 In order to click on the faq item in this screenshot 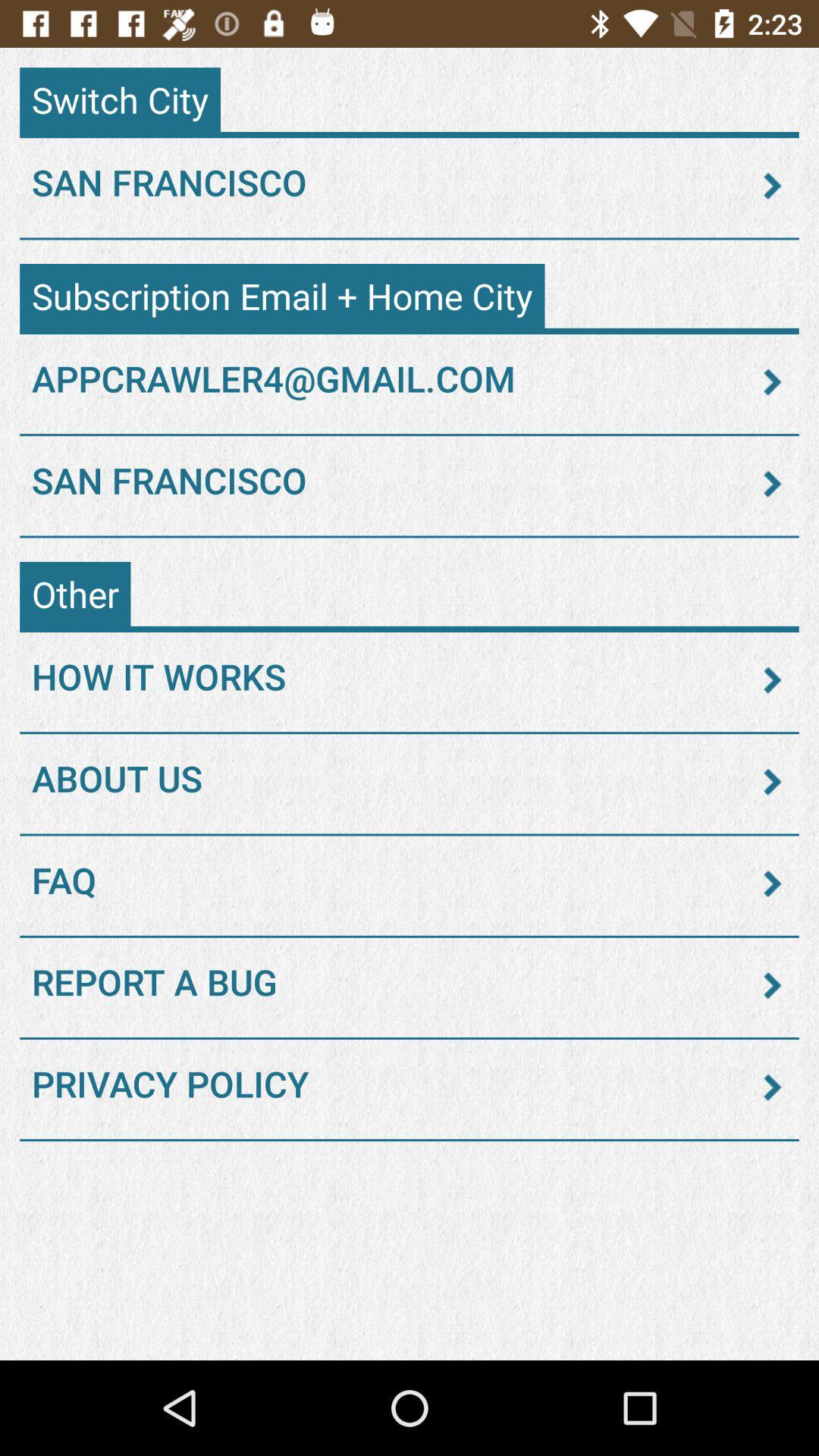, I will do `click(409, 883)`.